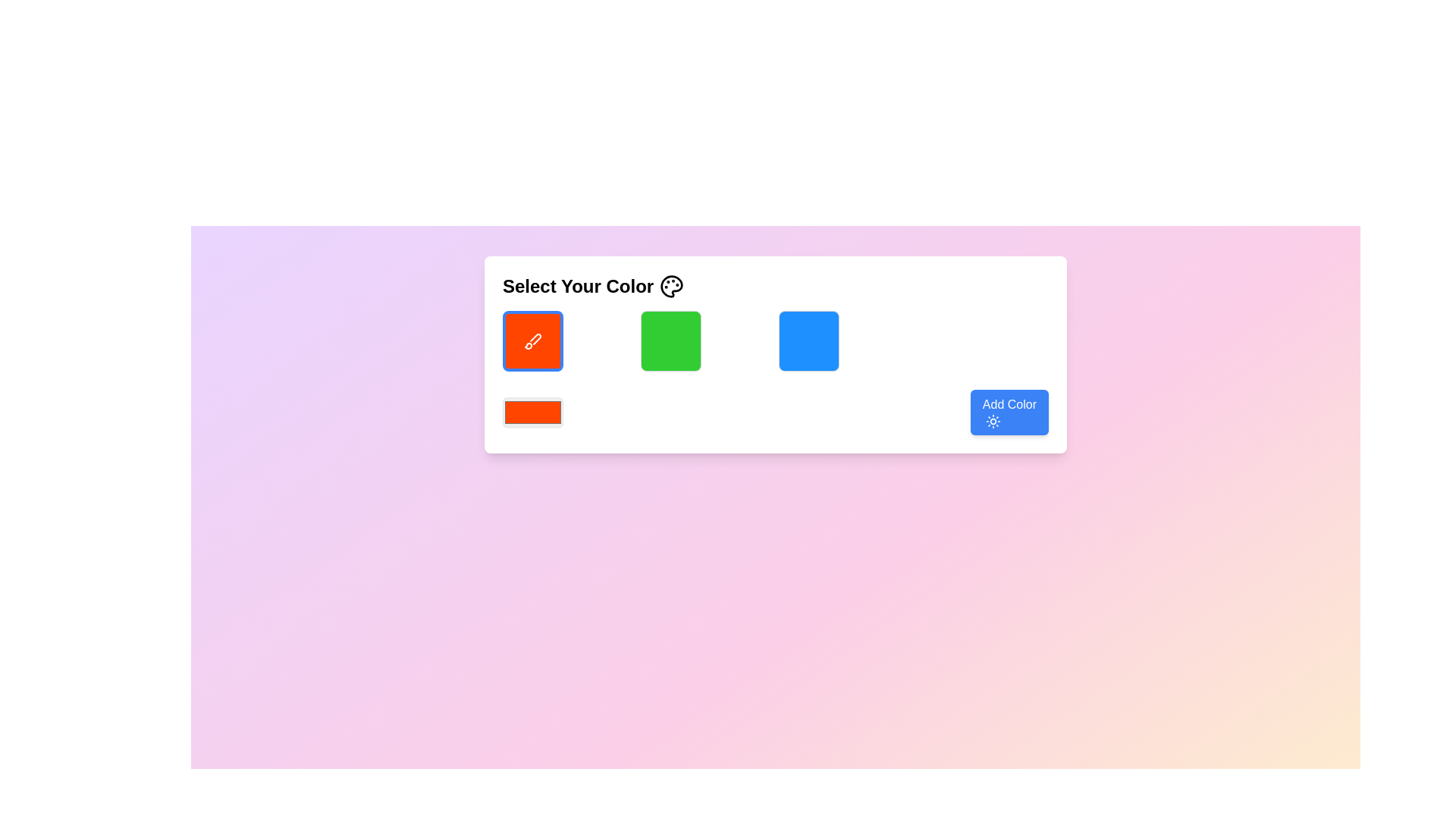  What do you see at coordinates (535, 338) in the screenshot?
I see `the stylized brush or pen stroke icon within the first red button located below the 'Select Your Color' heading` at bounding box center [535, 338].